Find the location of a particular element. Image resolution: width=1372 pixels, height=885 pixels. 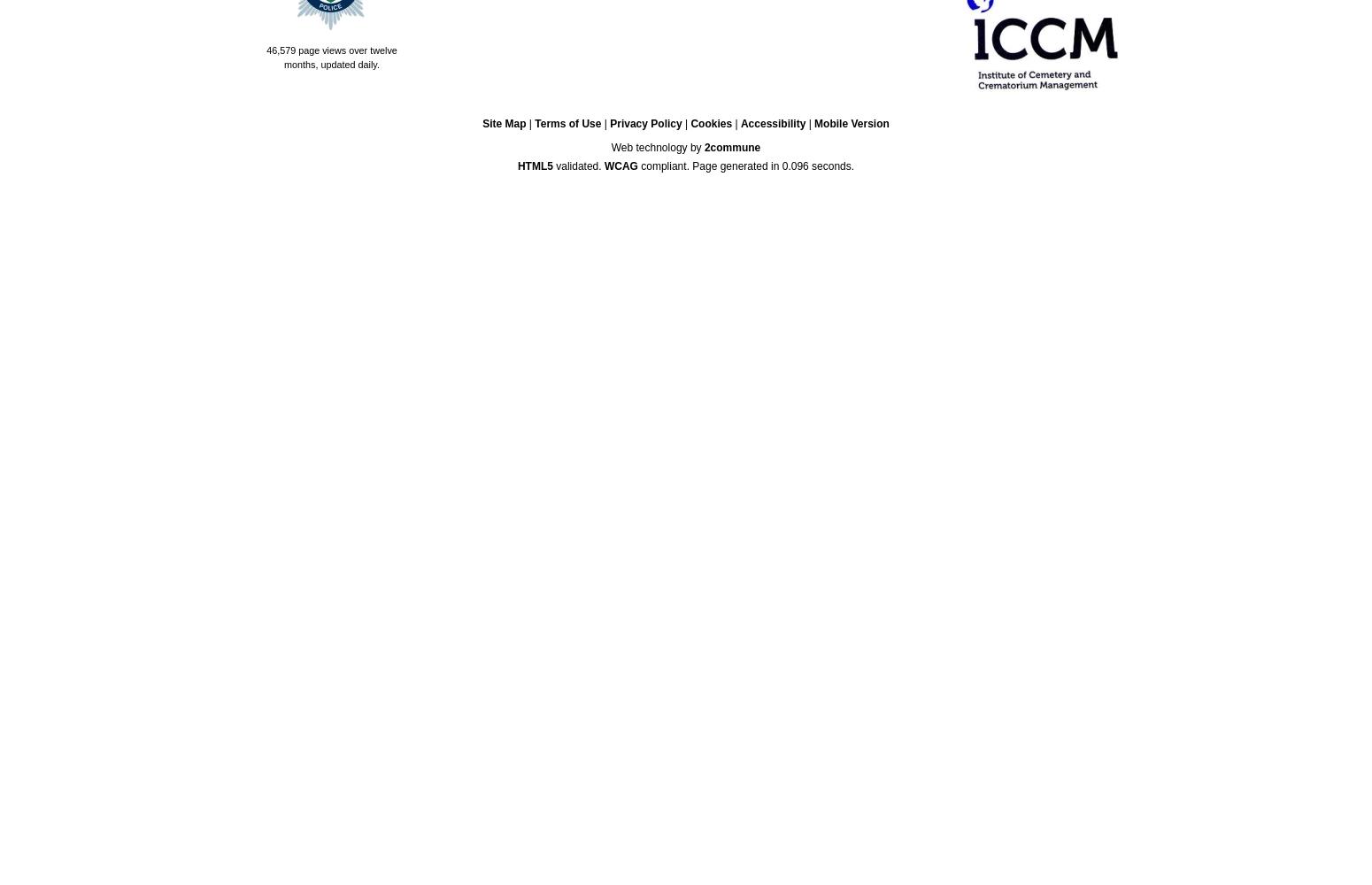

'2commune' is located at coordinates (730, 147).